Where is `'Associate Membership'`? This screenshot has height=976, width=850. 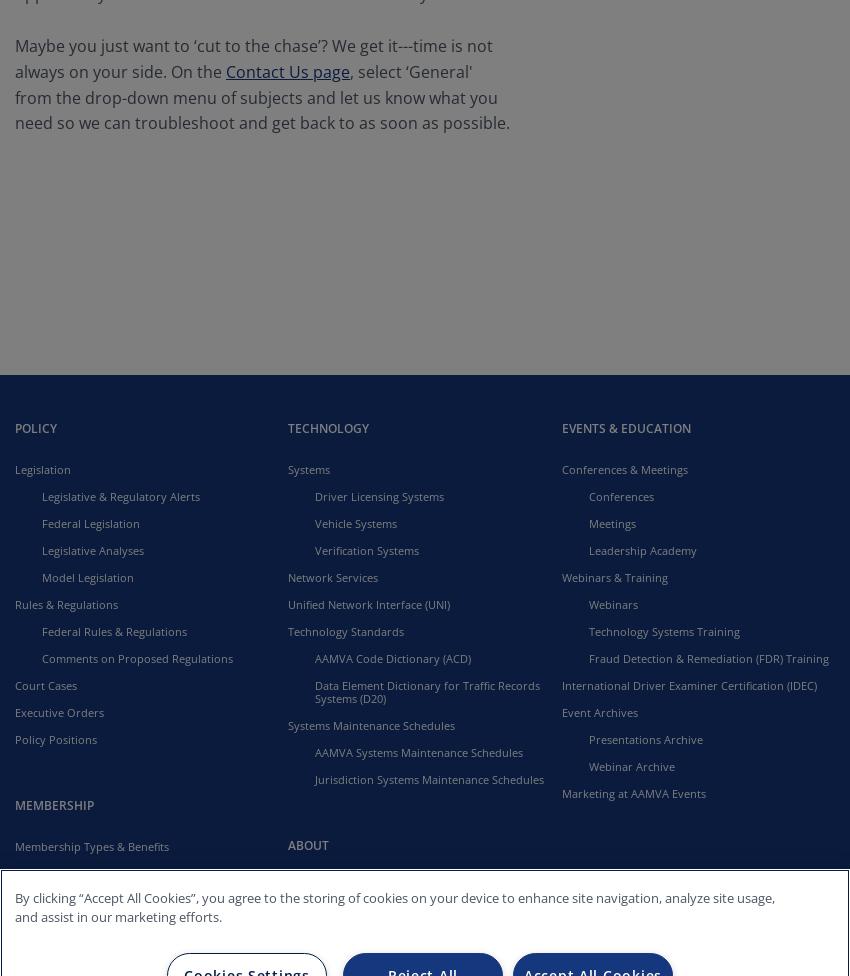
'Associate Membership' is located at coordinates (99, 898).